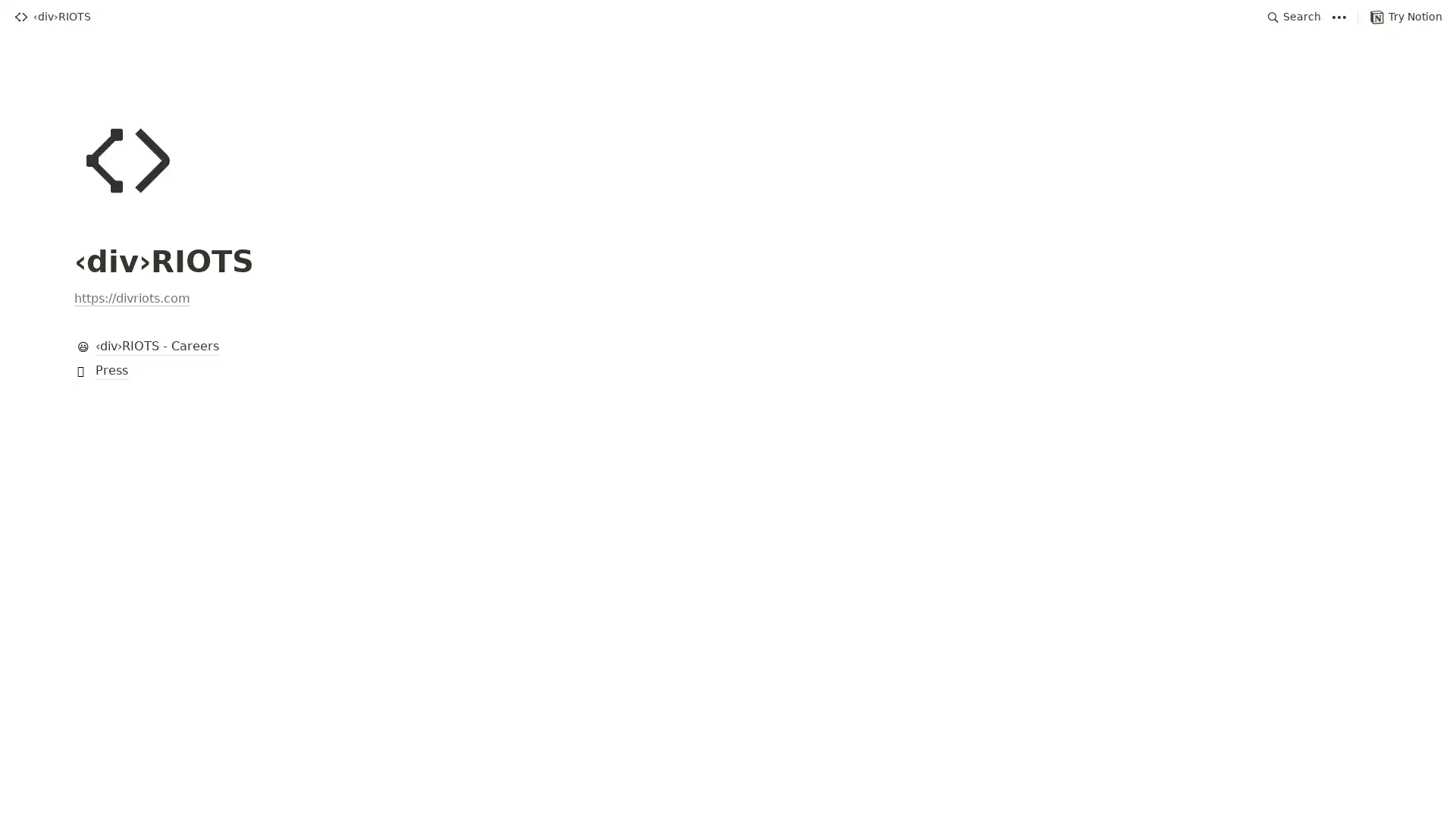 The width and height of the screenshot is (1456, 819). I want to click on Press, so click(728, 371).